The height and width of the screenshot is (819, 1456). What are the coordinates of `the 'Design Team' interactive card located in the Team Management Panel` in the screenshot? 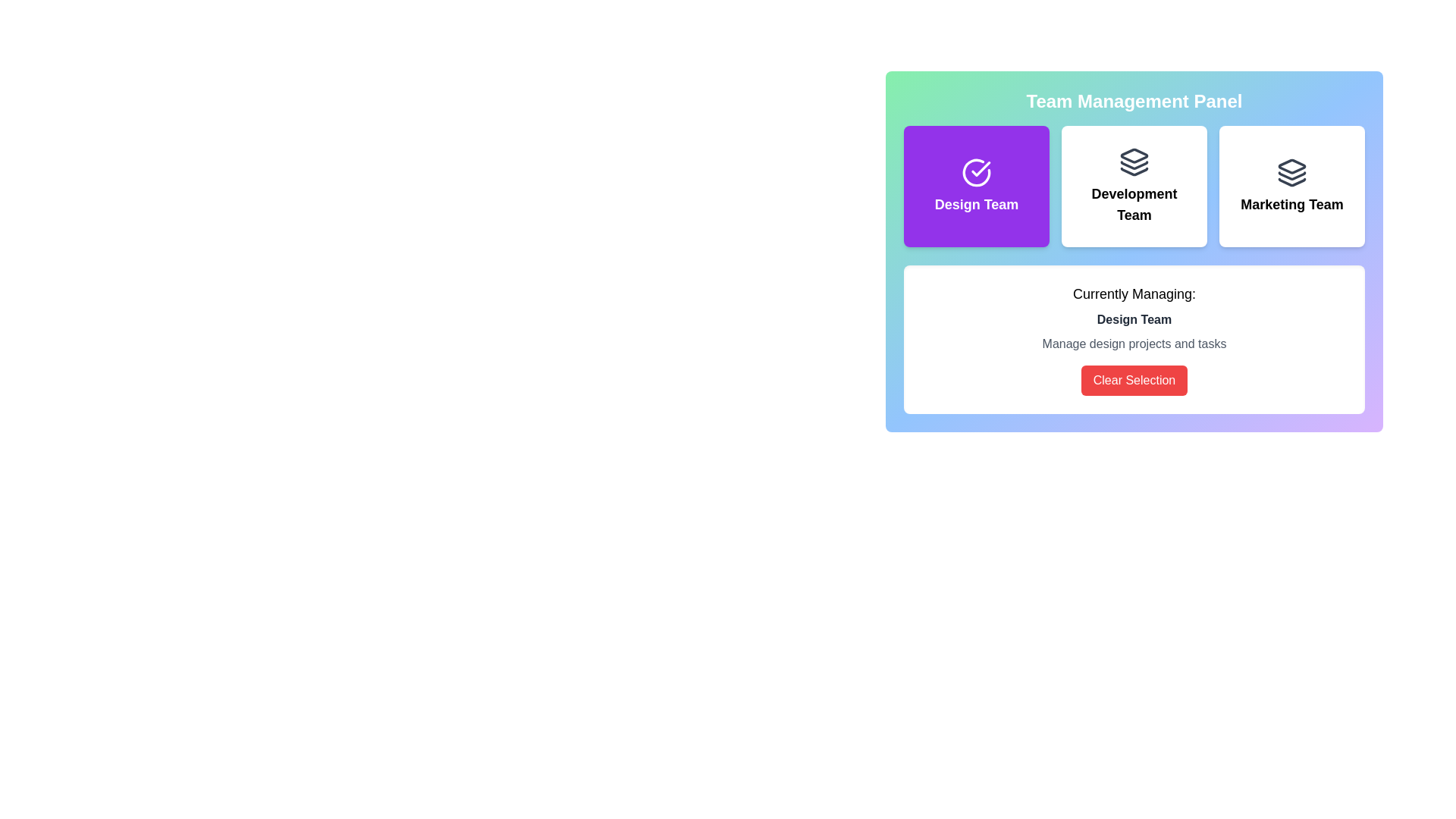 It's located at (976, 186).